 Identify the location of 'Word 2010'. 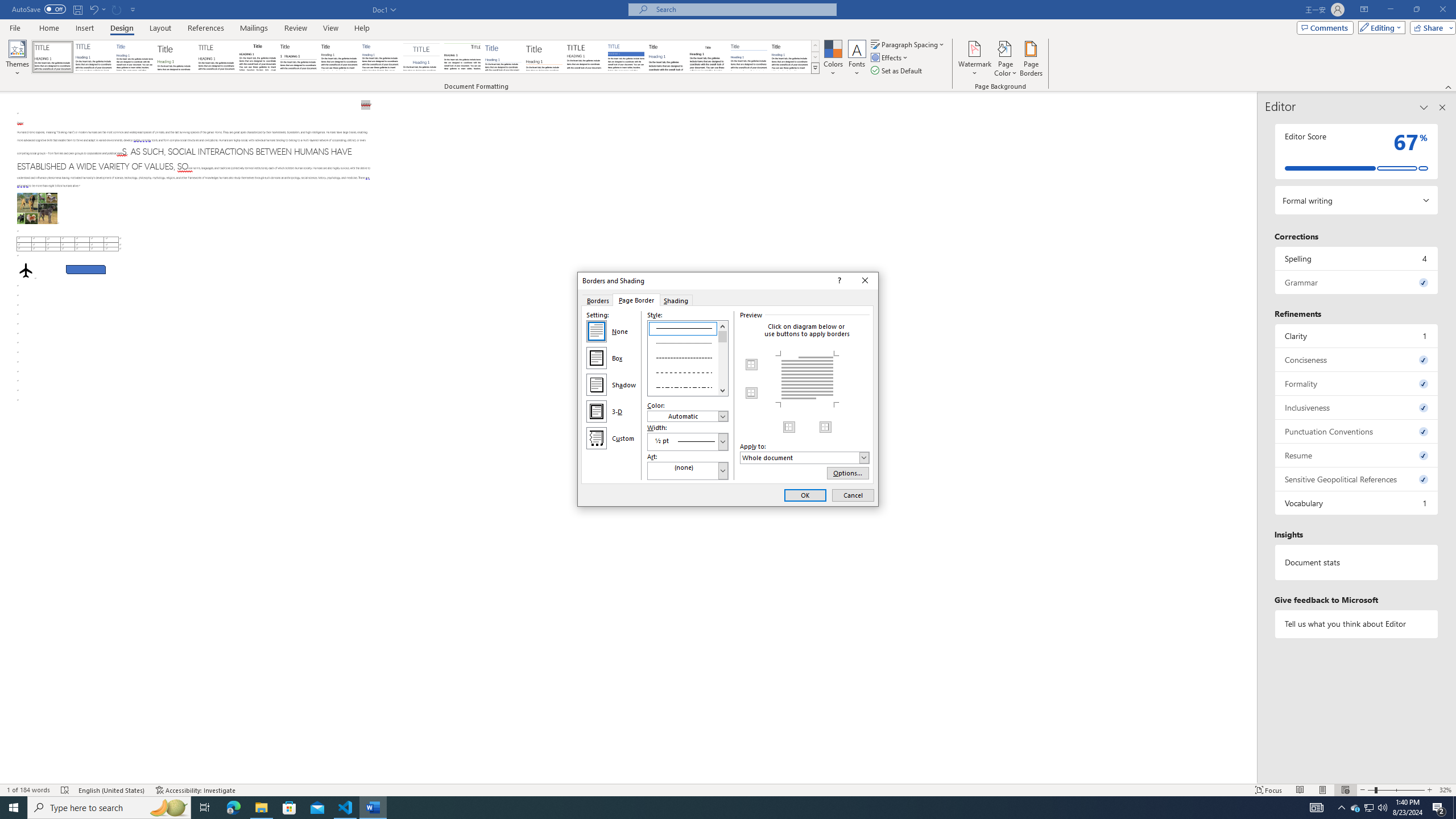
(748, 56).